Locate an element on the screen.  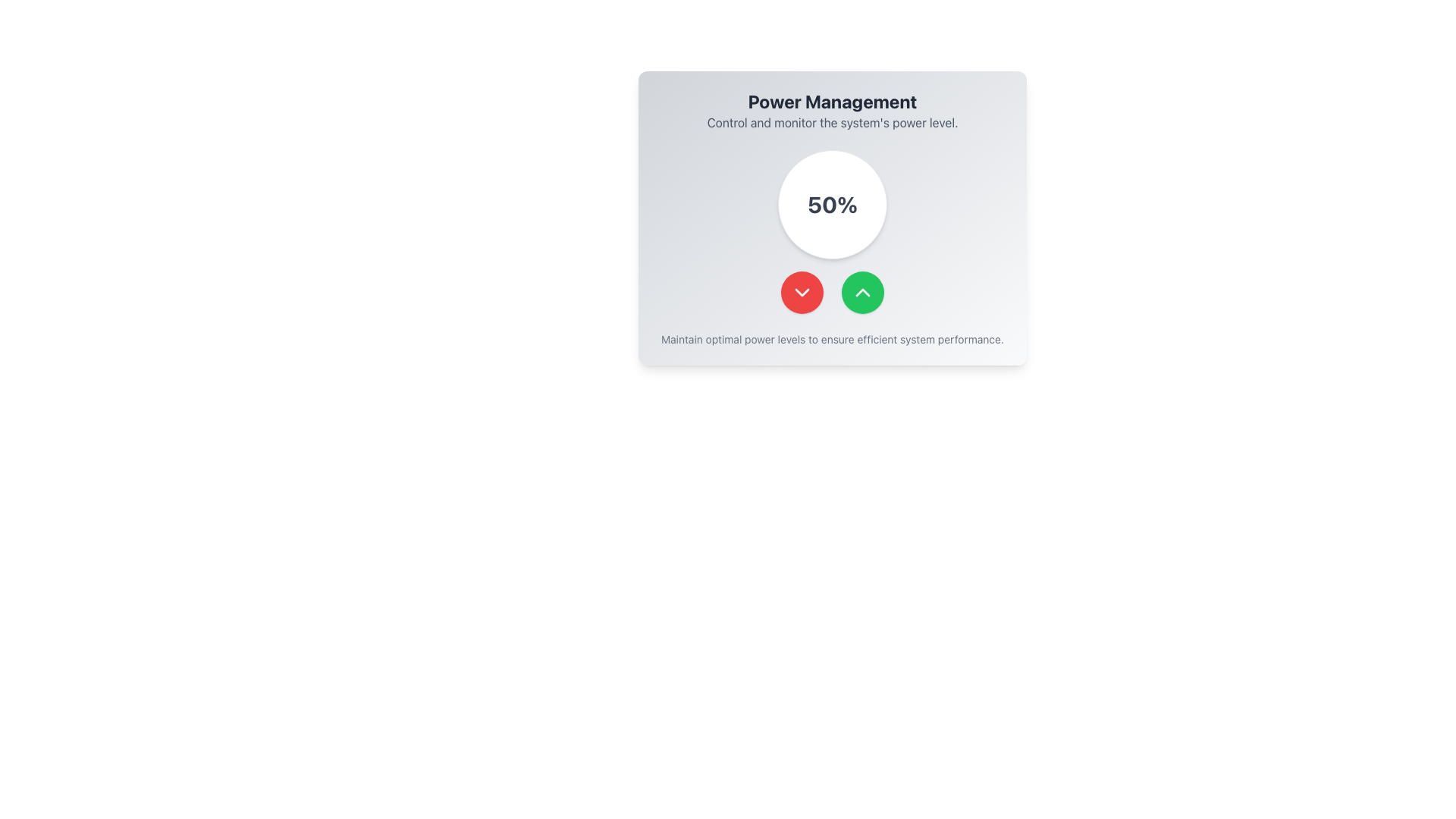
the downward-facing chevron arrow icon, which is styled with two intersecting lines in a circular red background is located at coordinates (801, 292).